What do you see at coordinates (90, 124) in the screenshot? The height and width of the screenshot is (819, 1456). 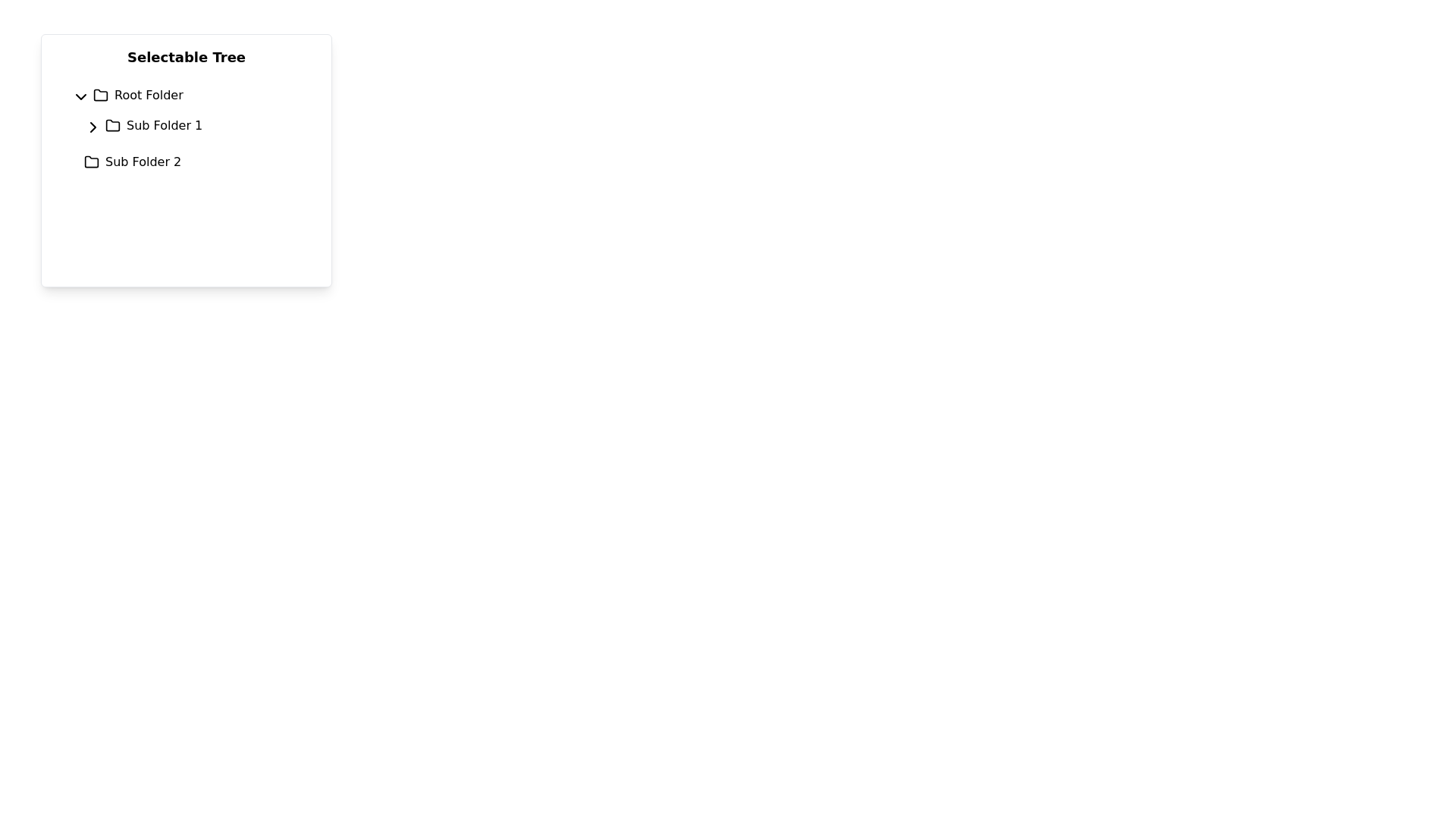 I see `the small right-facing chevron icon next to the text 'Sub Folder 1'` at bounding box center [90, 124].